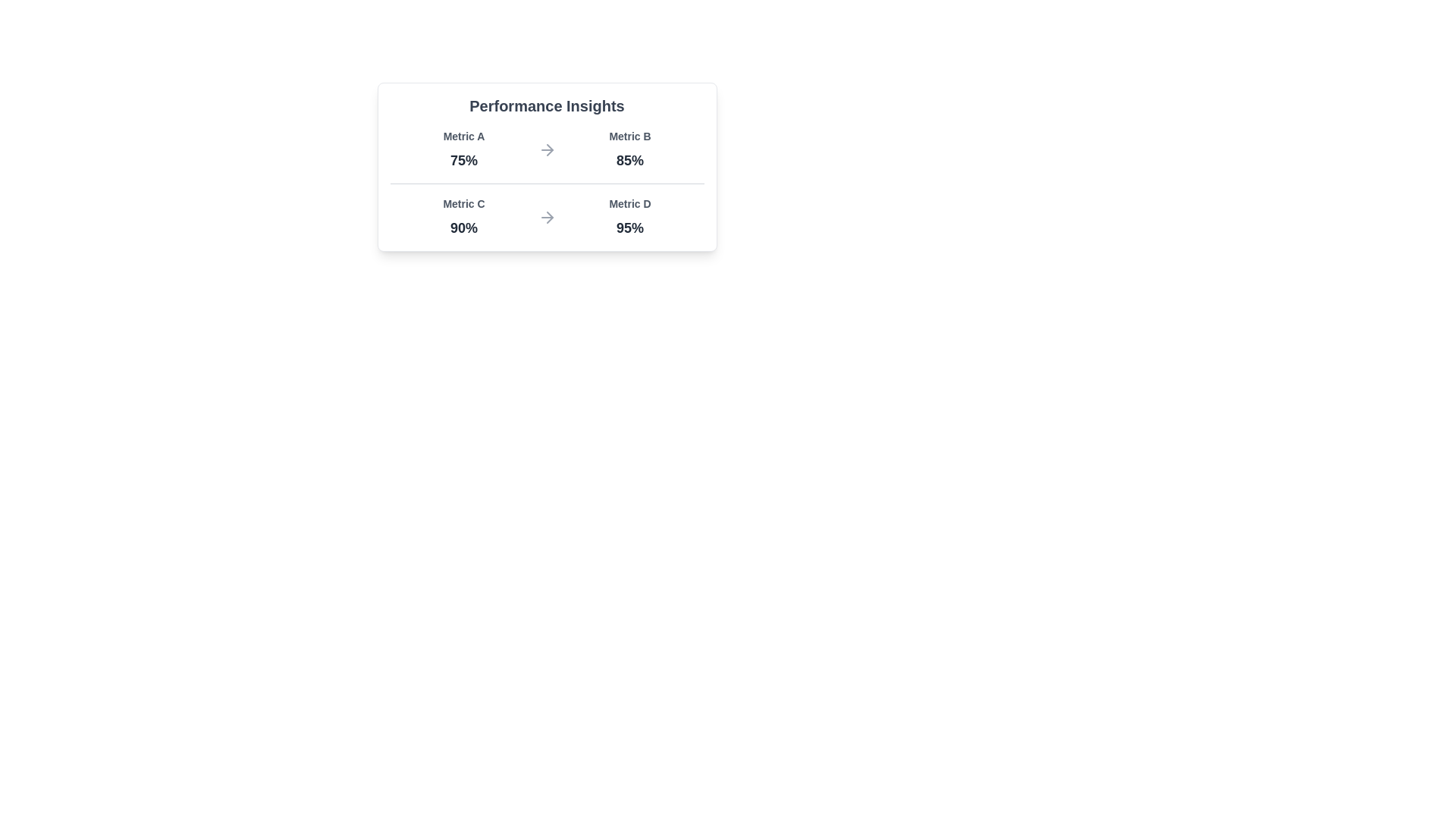  Describe the element at coordinates (463, 217) in the screenshot. I see `the text-based metric display indicating 'Metric C' with a value of 90%, located in the bottom-left quadrant of the 'Performance Insights' card layout` at that location.